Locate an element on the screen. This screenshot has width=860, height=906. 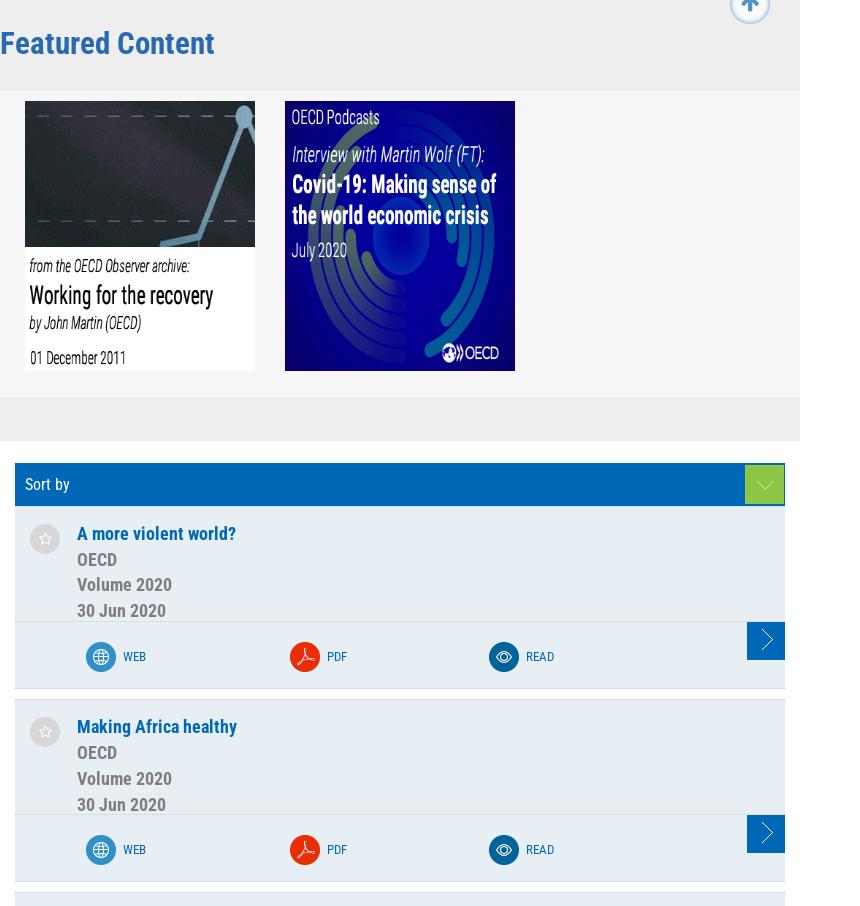
'Volume 2014' is located at coordinates (269, 71).